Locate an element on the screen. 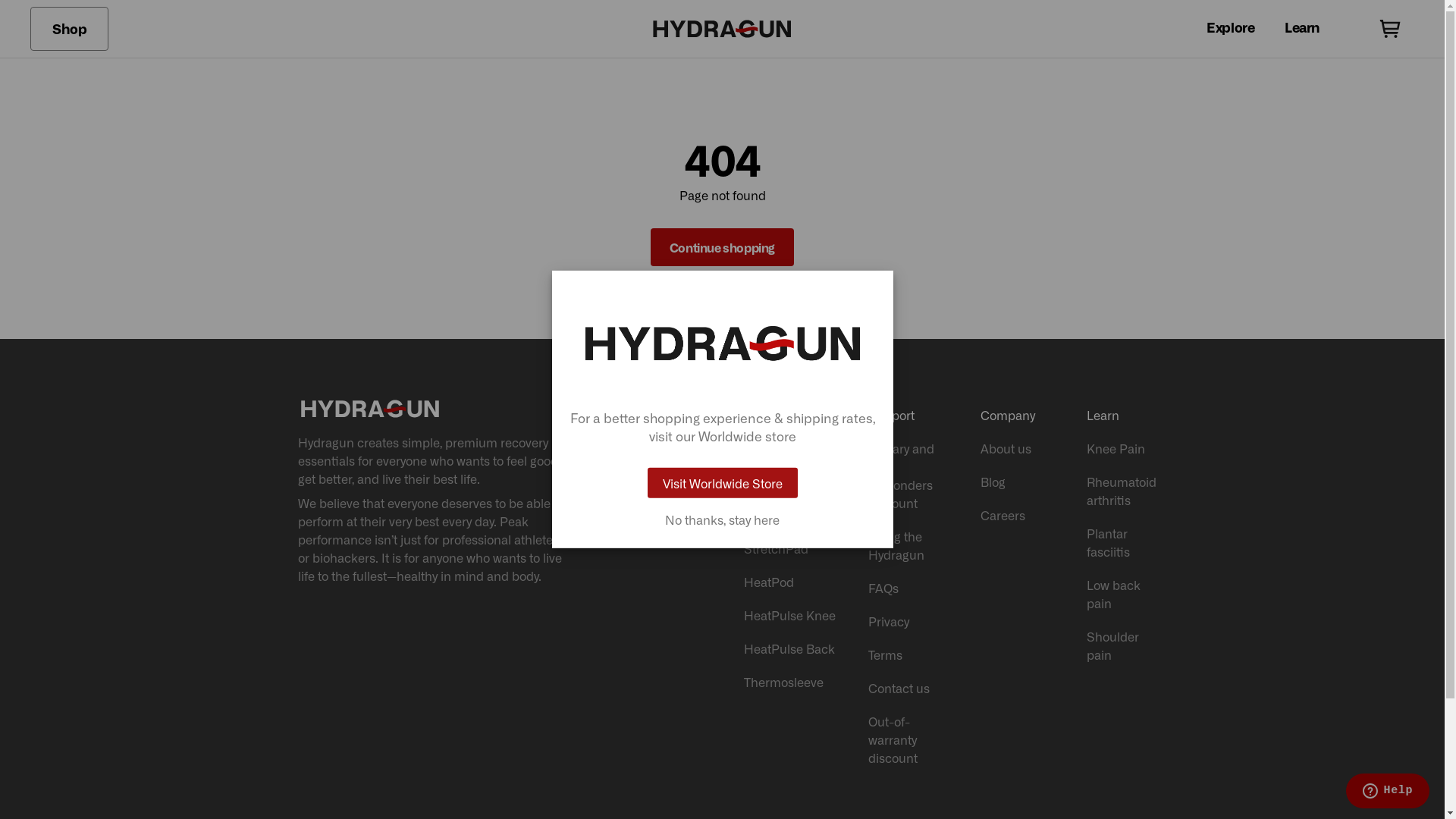  'Military and first responders discount' is located at coordinates (867, 475).